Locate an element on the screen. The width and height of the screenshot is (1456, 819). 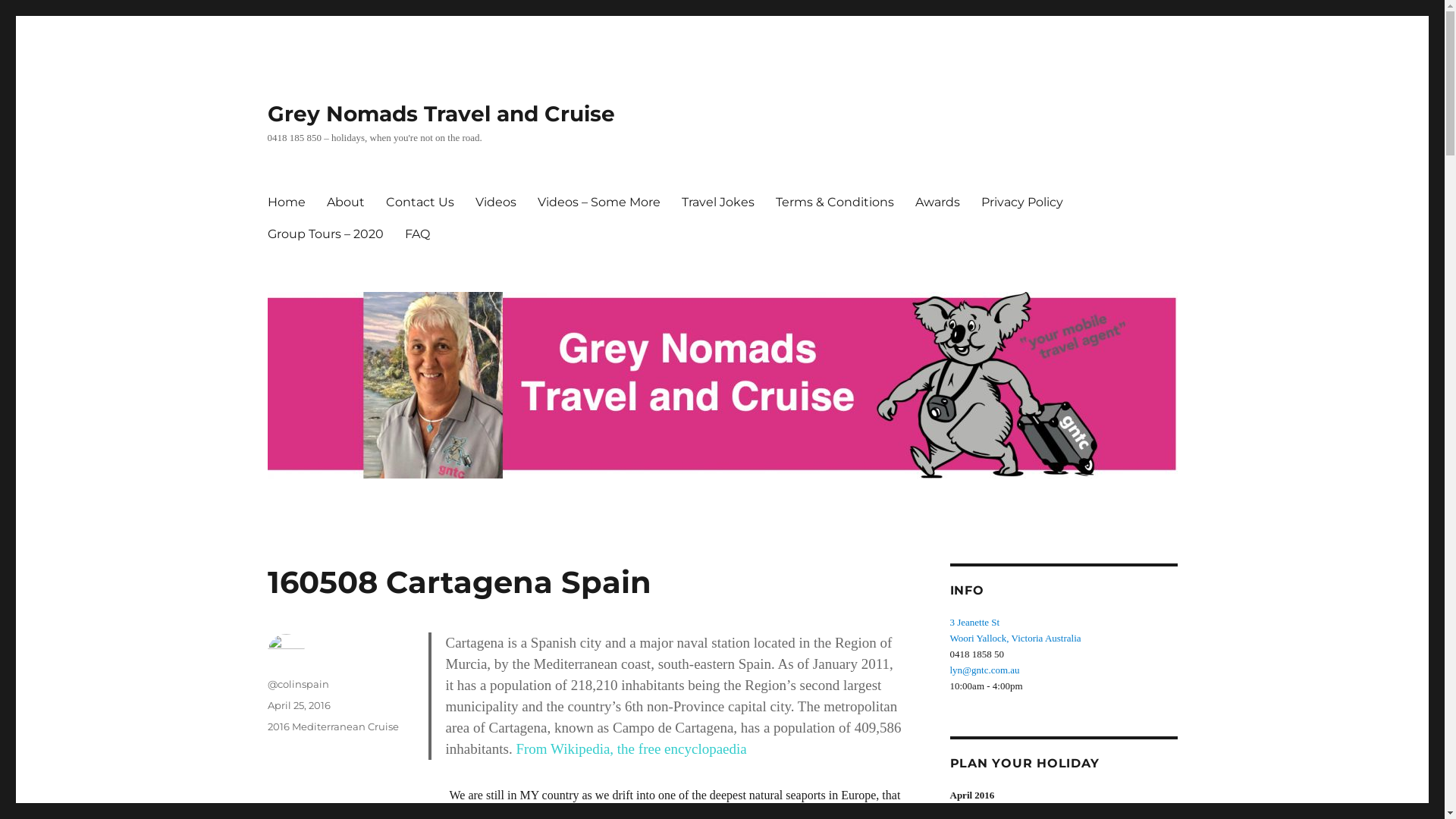
'@colinspain' is located at coordinates (266, 684).